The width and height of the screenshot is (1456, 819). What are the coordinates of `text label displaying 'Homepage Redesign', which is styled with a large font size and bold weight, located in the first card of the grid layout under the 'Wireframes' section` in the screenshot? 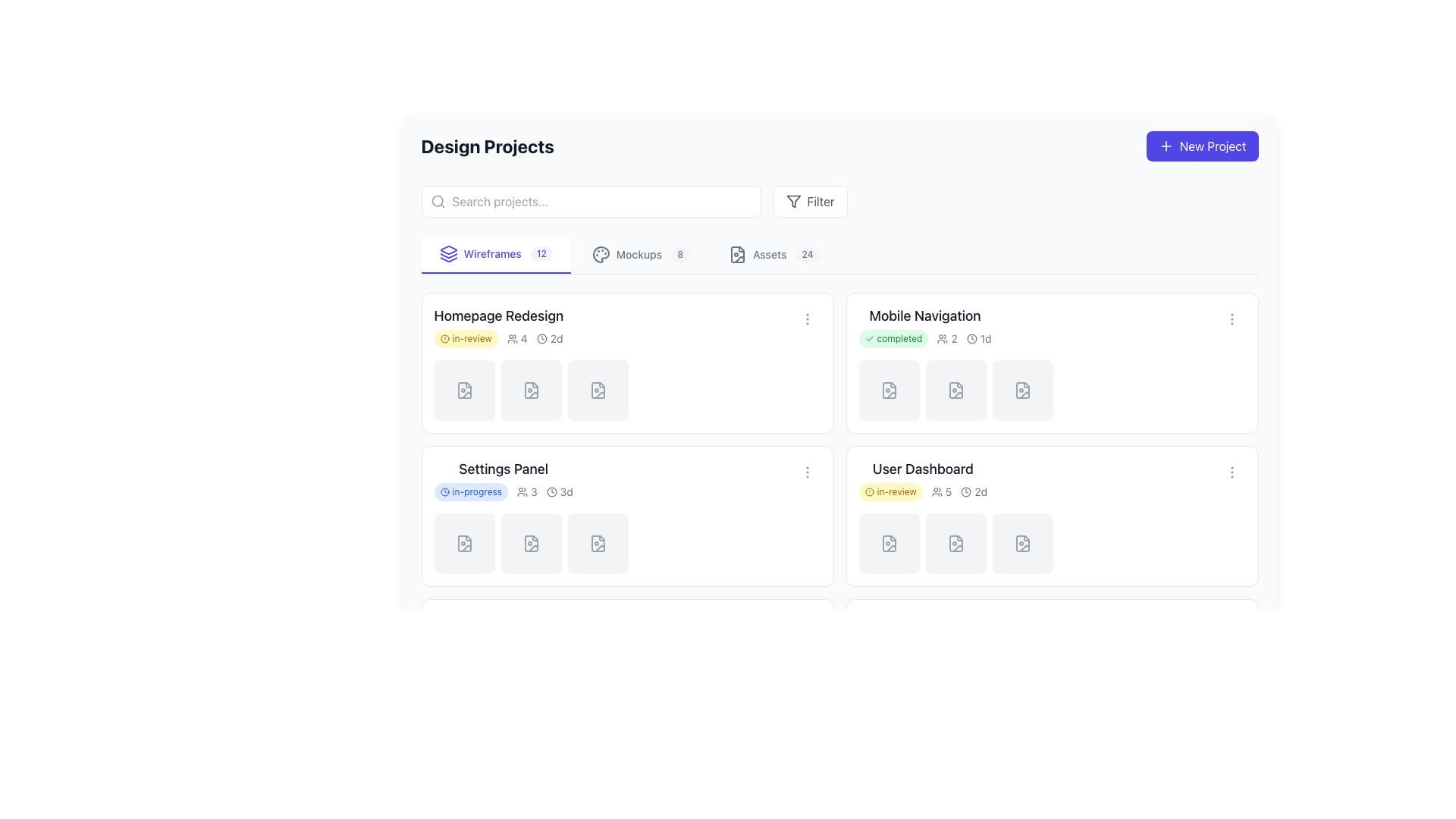 It's located at (498, 315).